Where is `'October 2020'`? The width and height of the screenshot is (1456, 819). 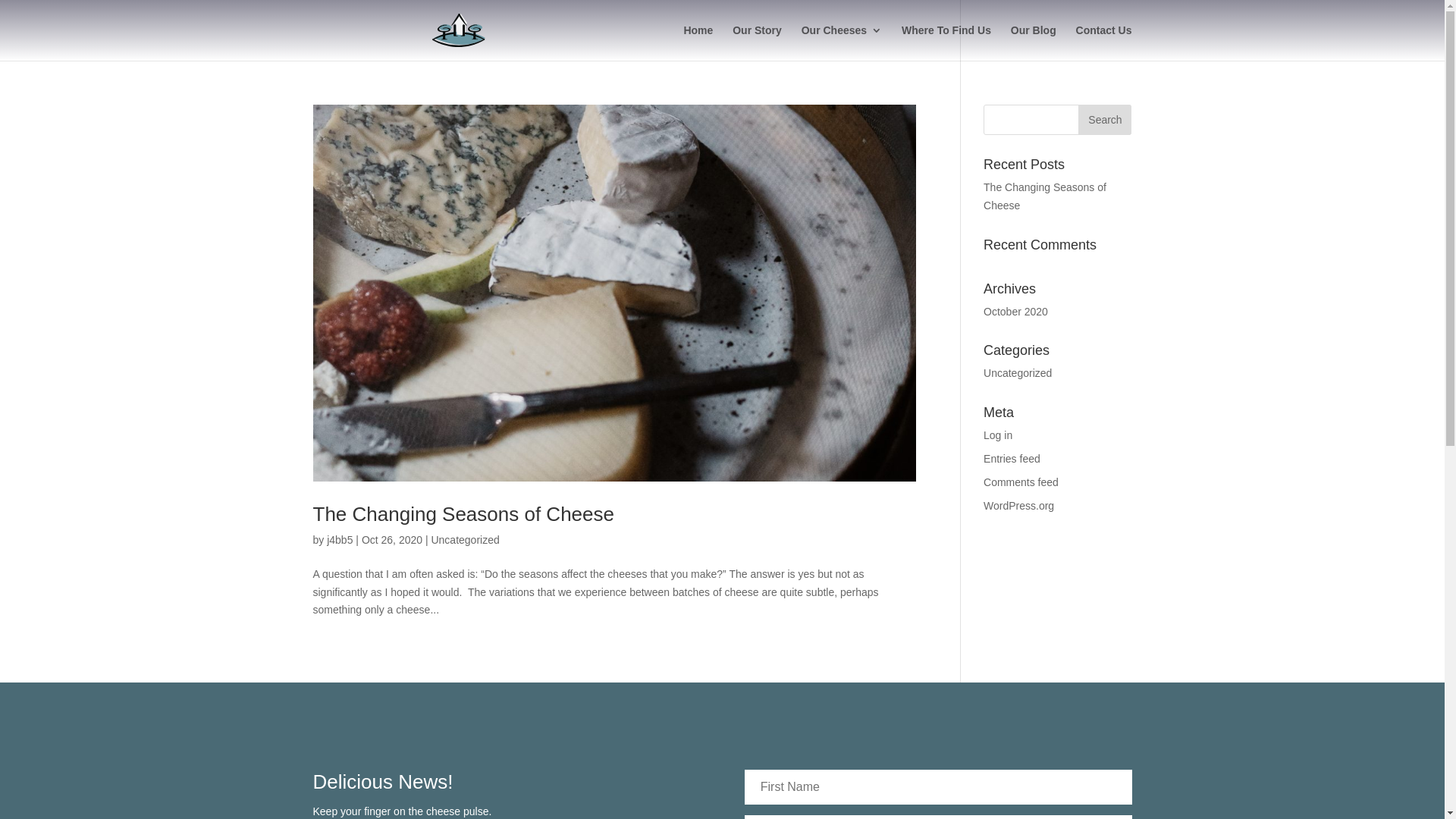 'October 2020' is located at coordinates (1015, 311).